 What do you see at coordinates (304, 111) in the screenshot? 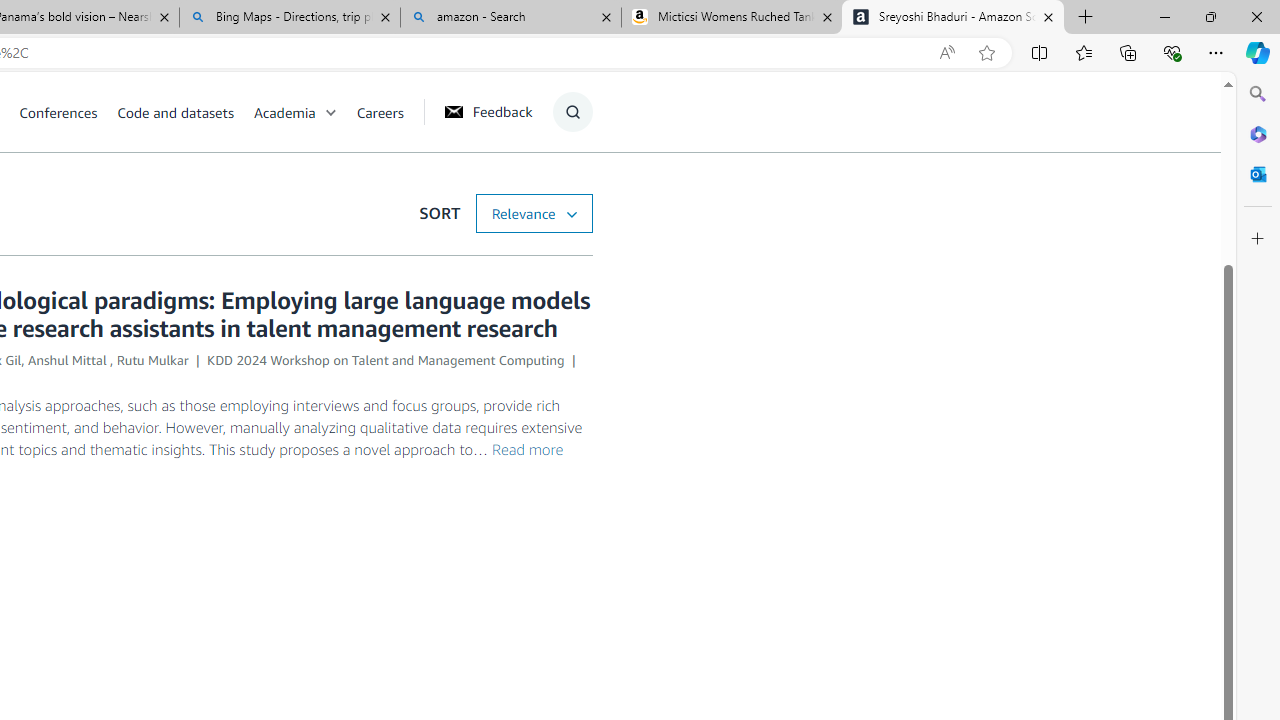
I see `'Academia'` at bounding box center [304, 111].